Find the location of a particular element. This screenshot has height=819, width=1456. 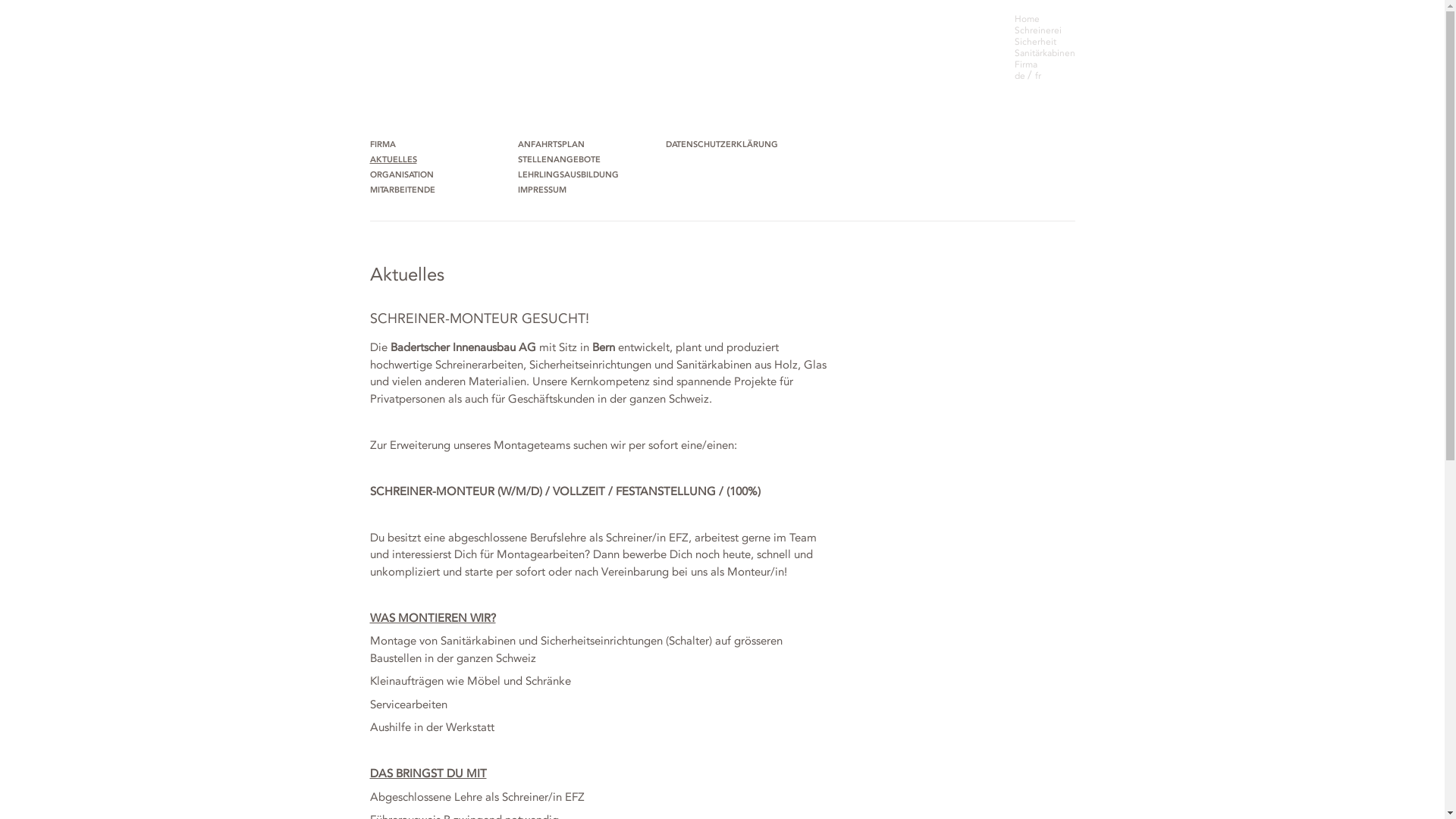

'ORGANISATION' is located at coordinates (370, 174).